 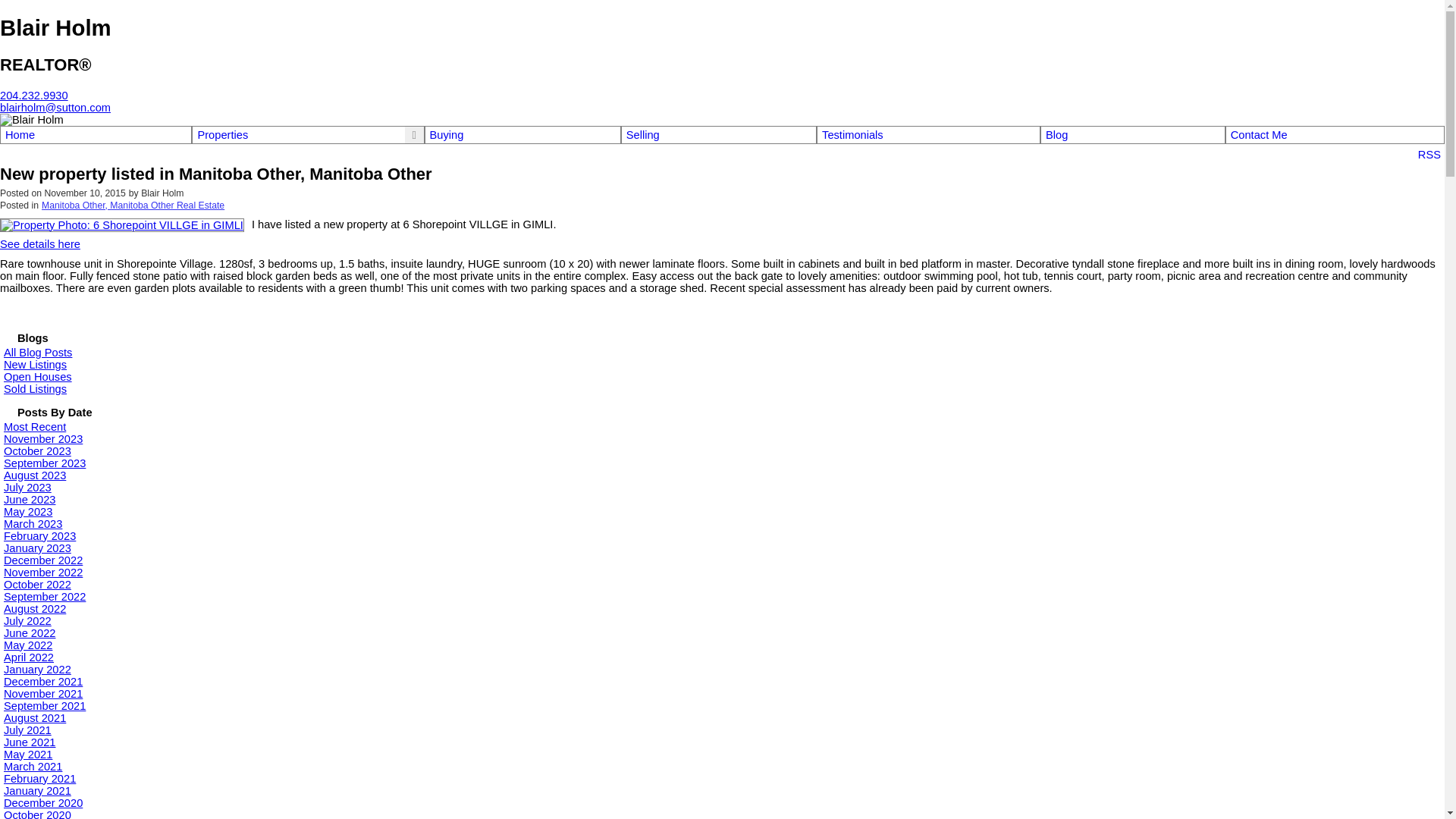 I want to click on 'Blog', so click(x=1132, y=133).